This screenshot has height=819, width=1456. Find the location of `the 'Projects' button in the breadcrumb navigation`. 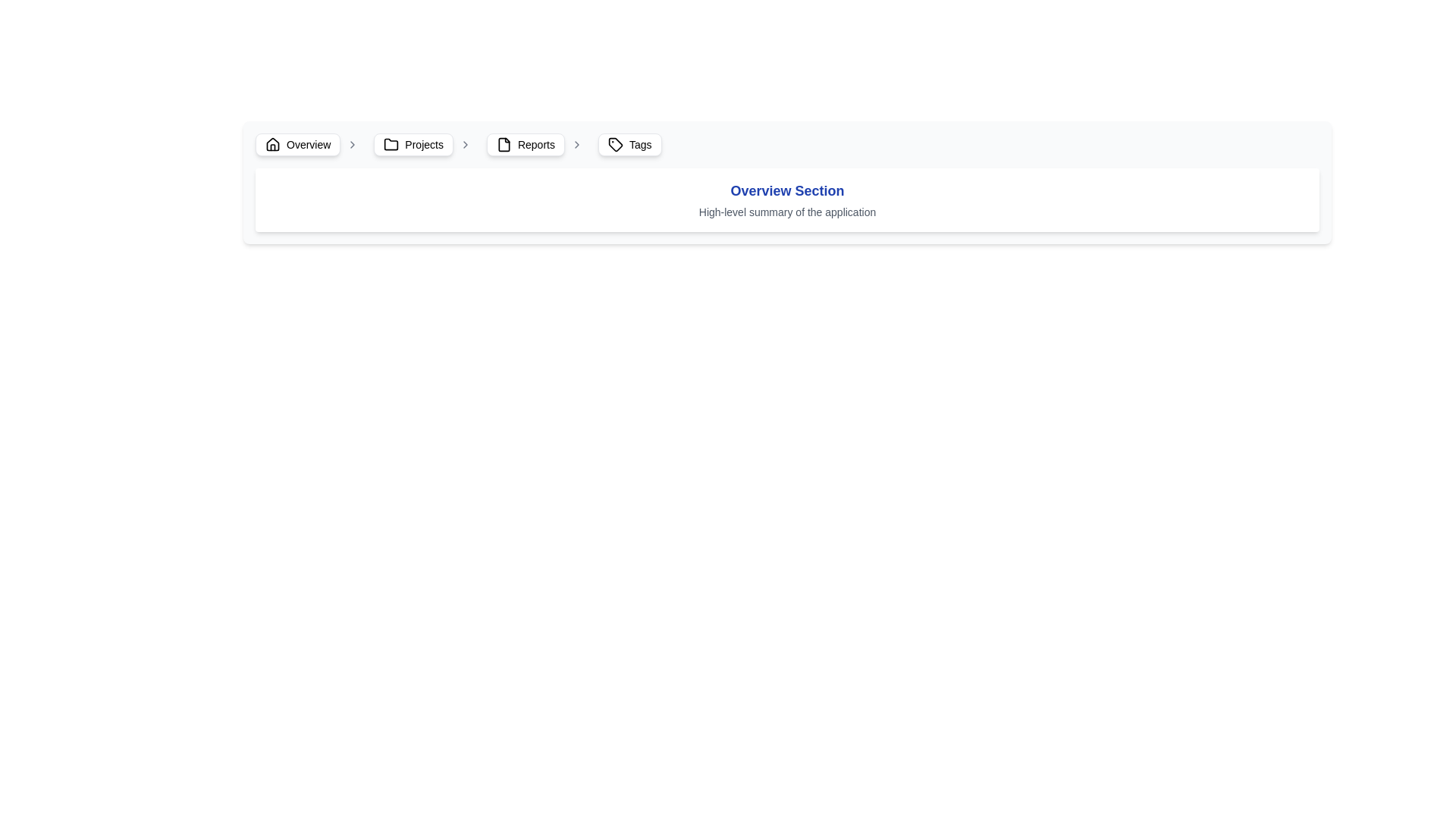

the 'Projects' button in the breadcrumb navigation is located at coordinates (413, 145).